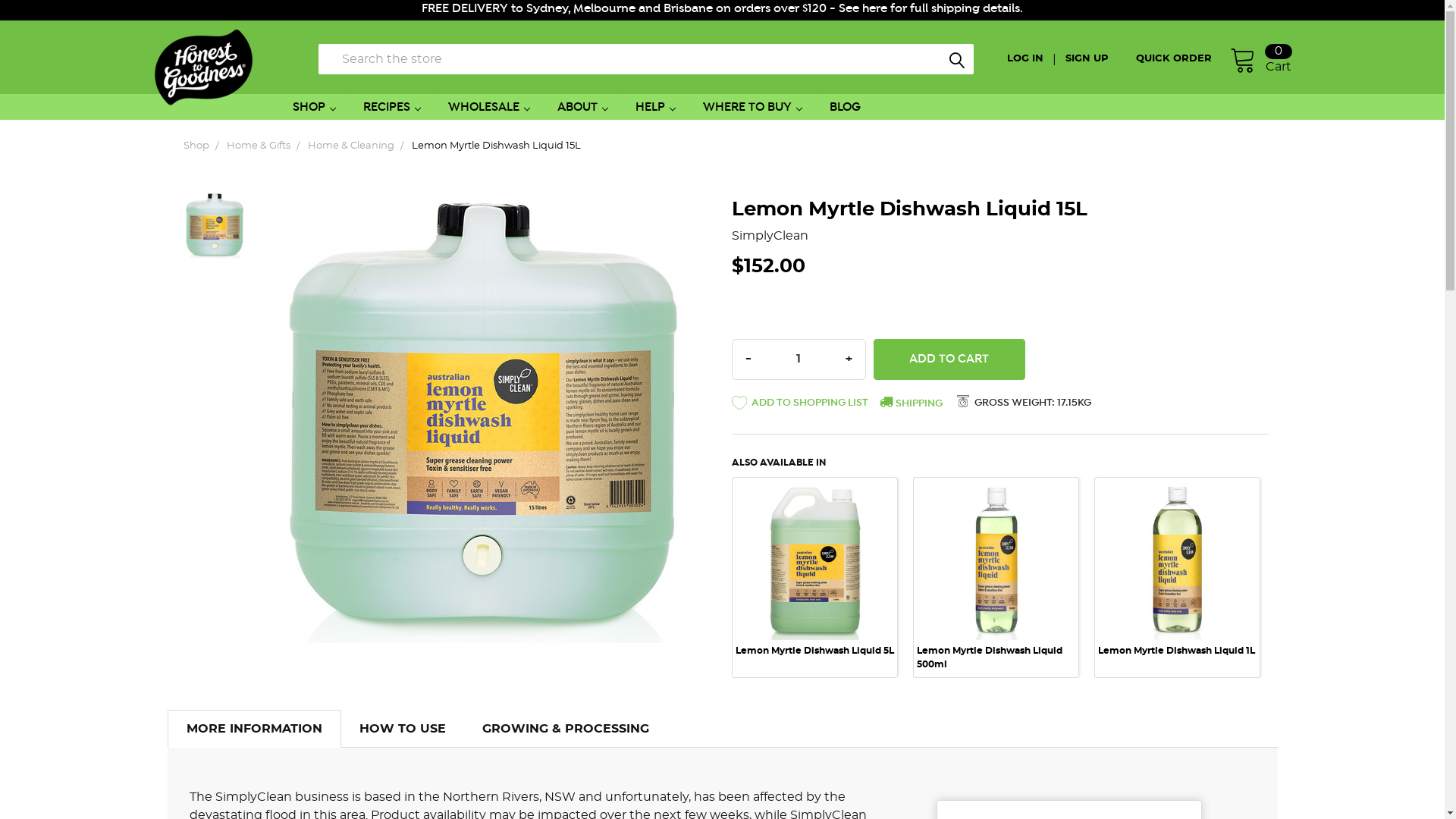 This screenshot has width=1456, height=819. I want to click on 'INCREASE QUANTITY:, so click(848, 359).